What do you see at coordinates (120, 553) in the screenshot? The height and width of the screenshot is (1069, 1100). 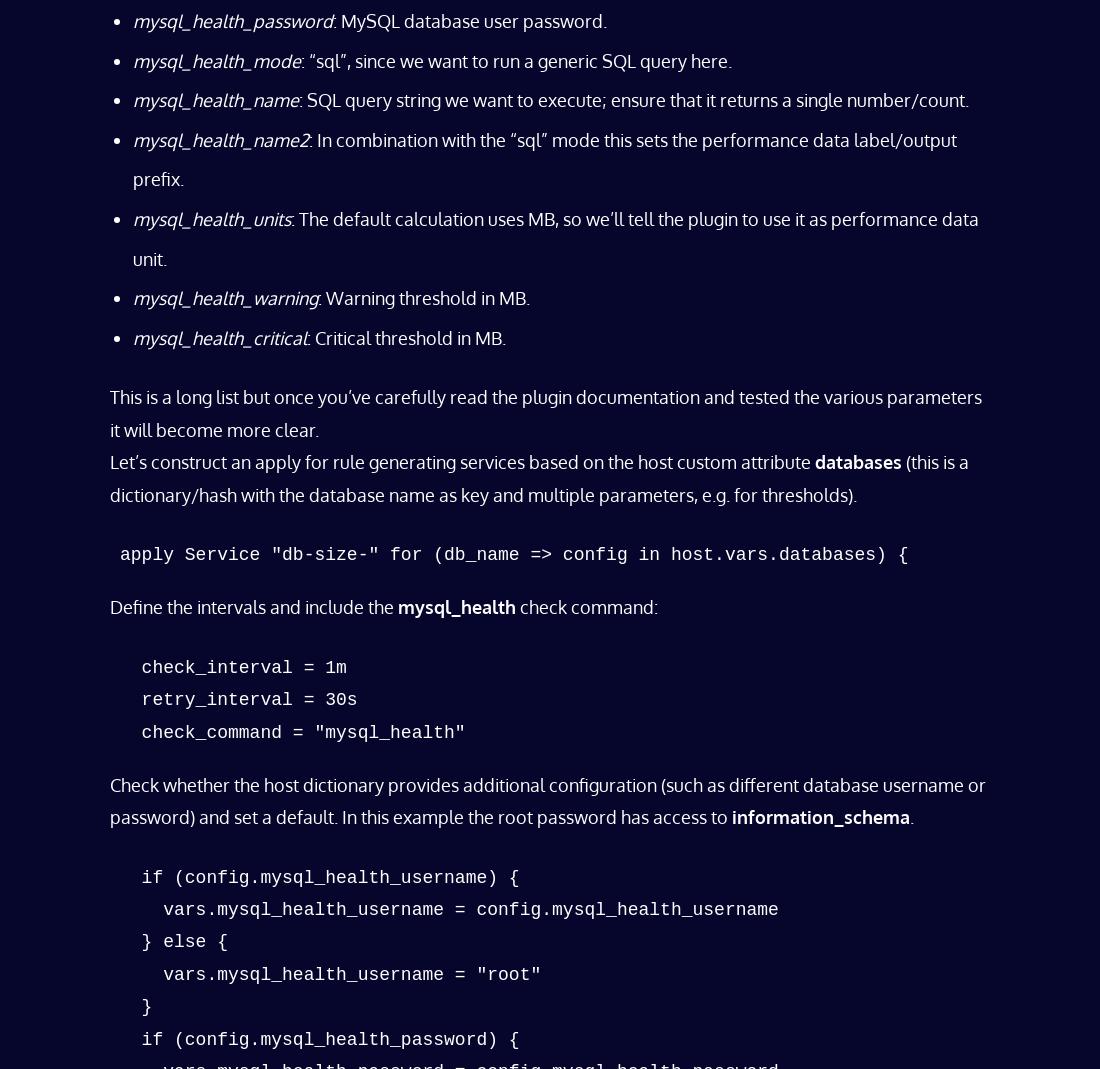 I see `'apply Service "db-size-" for (db_name => config in host.vars.databases) {'` at bounding box center [120, 553].